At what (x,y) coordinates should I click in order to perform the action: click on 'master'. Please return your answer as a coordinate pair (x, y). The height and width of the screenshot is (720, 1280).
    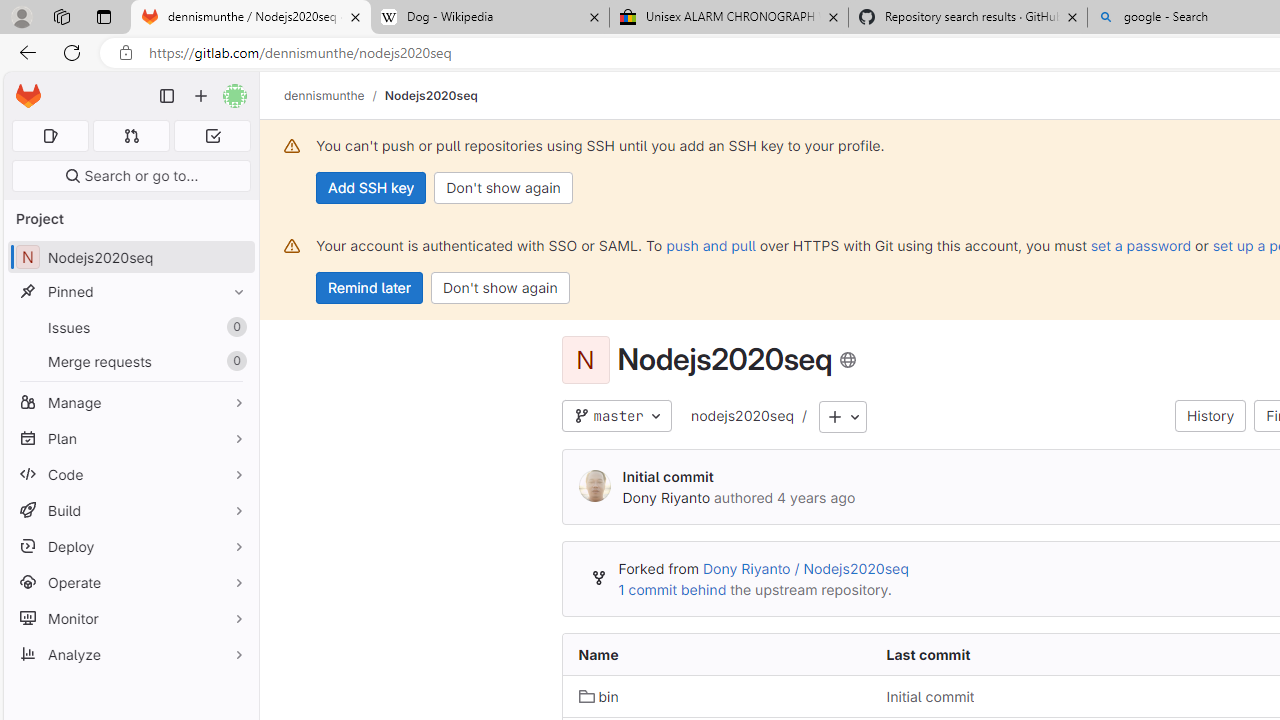
    Looking at the image, I should click on (615, 415).